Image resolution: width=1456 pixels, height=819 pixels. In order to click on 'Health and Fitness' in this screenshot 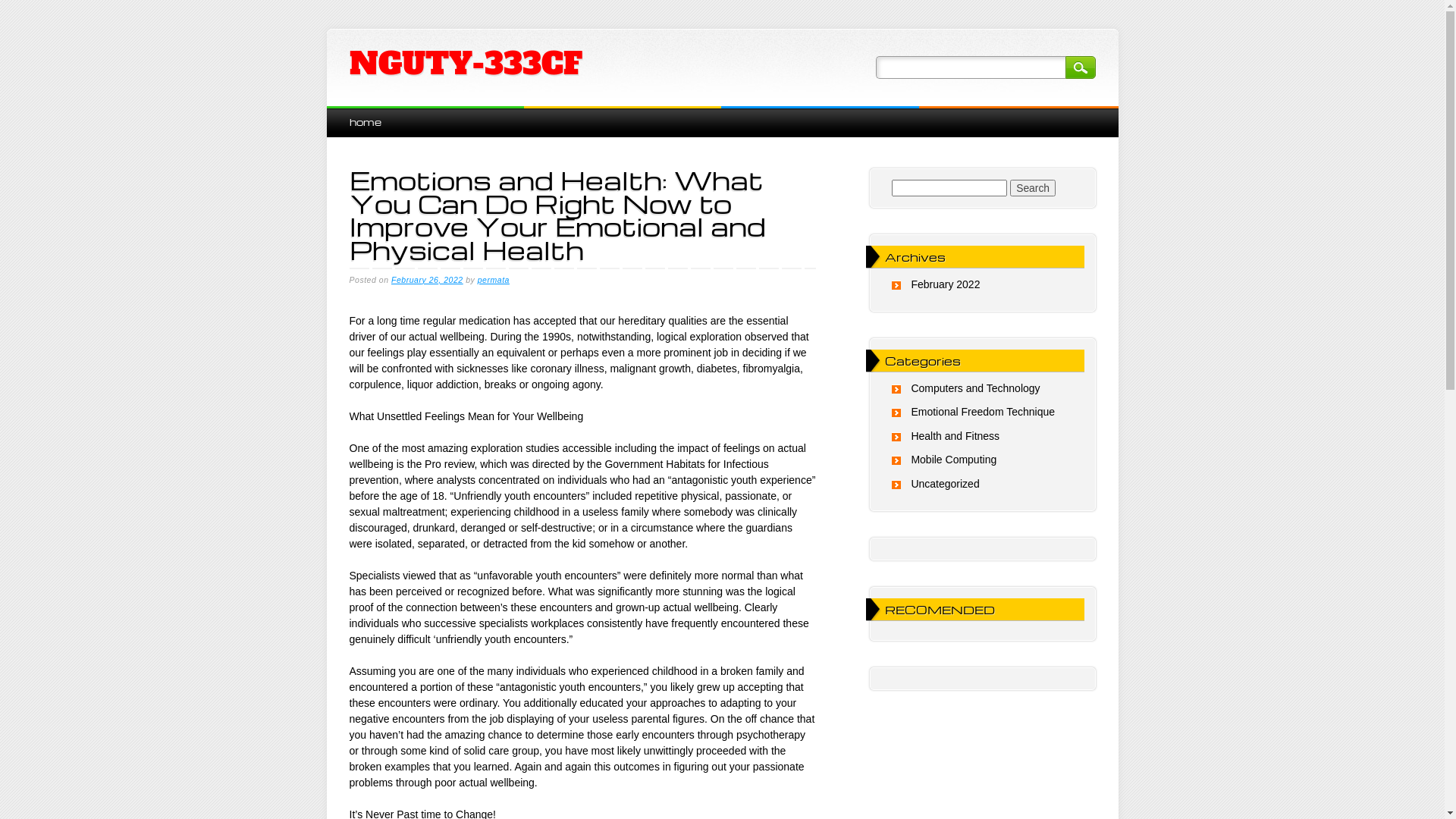, I will do `click(954, 435)`.